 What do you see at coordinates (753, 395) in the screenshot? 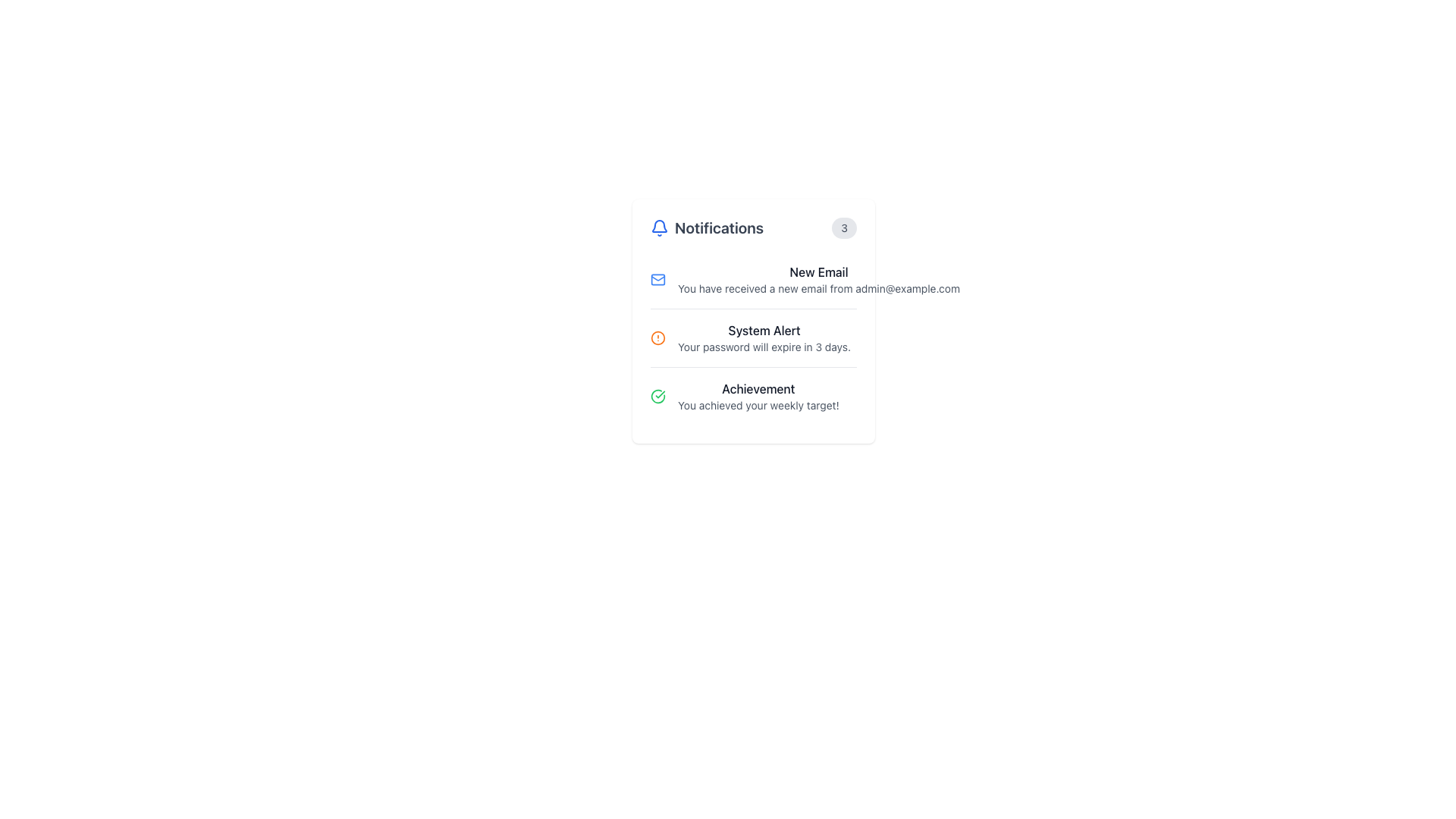
I see `achievement notification text located in the third position of the 'Notifications' list` at bounding box center [753, 395].